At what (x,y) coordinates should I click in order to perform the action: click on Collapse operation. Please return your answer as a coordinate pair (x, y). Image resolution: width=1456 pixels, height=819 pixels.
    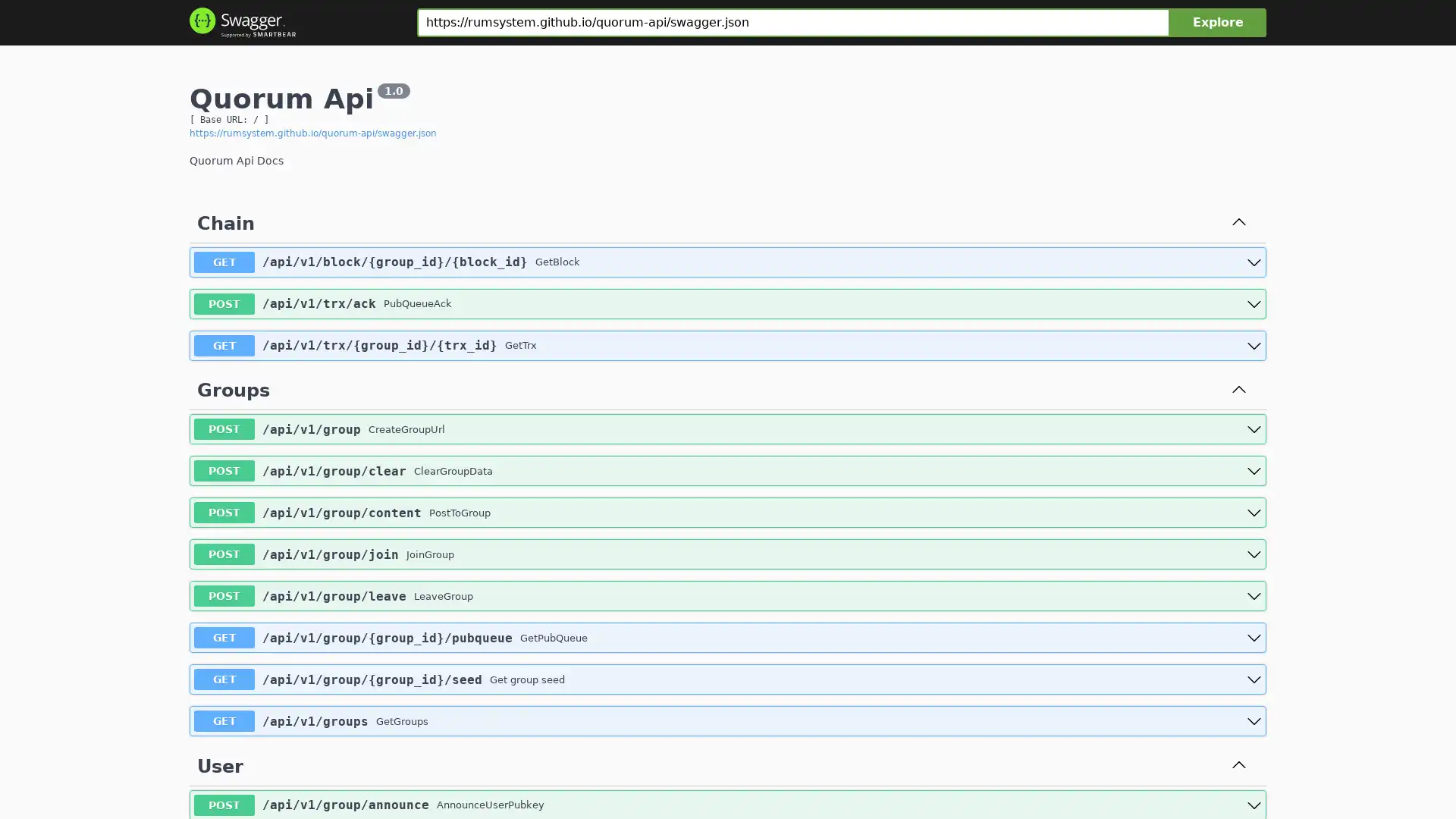
    Looking at the image, I should click on (1238, 766).